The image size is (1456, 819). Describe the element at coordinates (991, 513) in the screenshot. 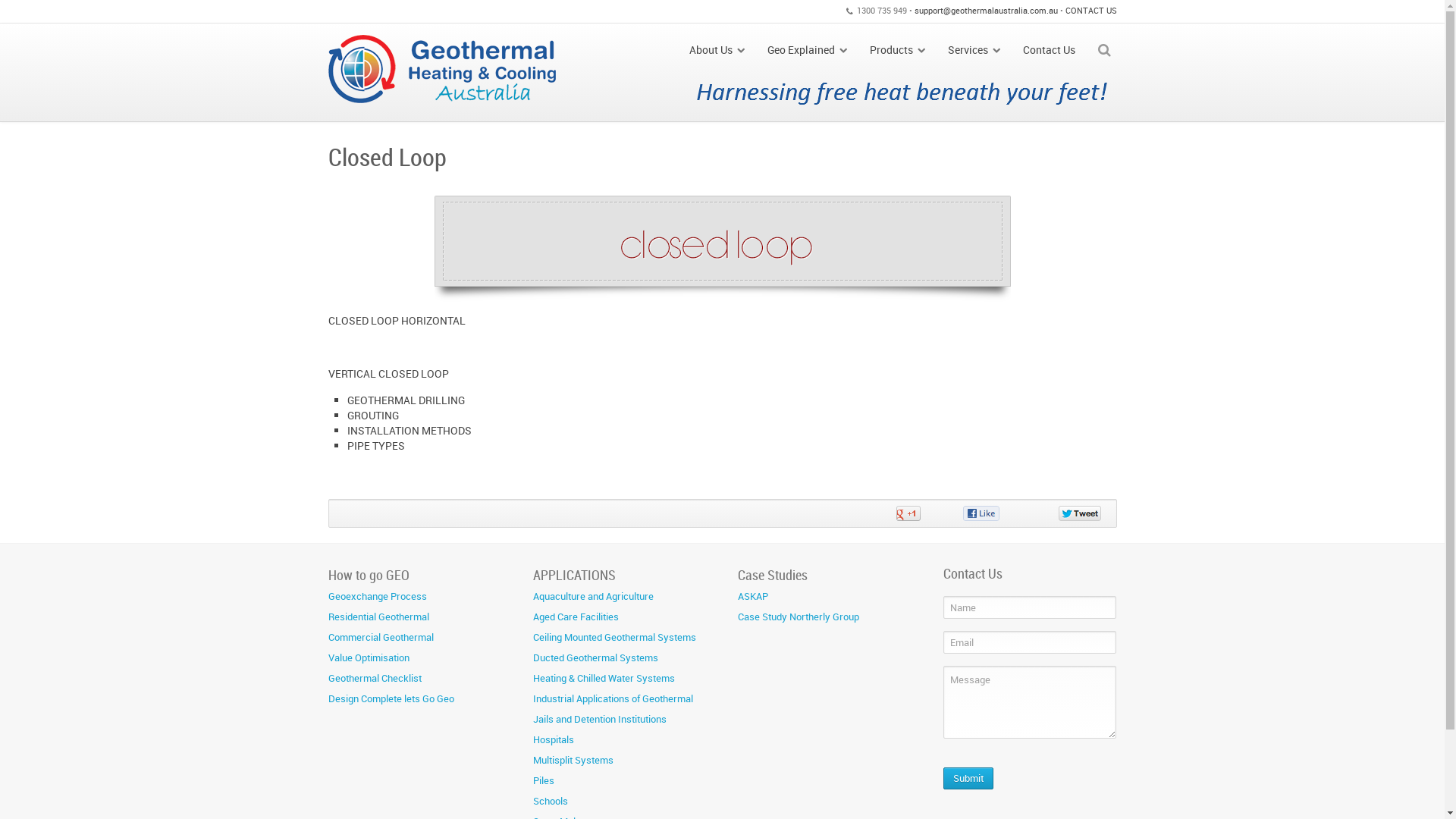

I see `'Share on Facebook'` at that location.